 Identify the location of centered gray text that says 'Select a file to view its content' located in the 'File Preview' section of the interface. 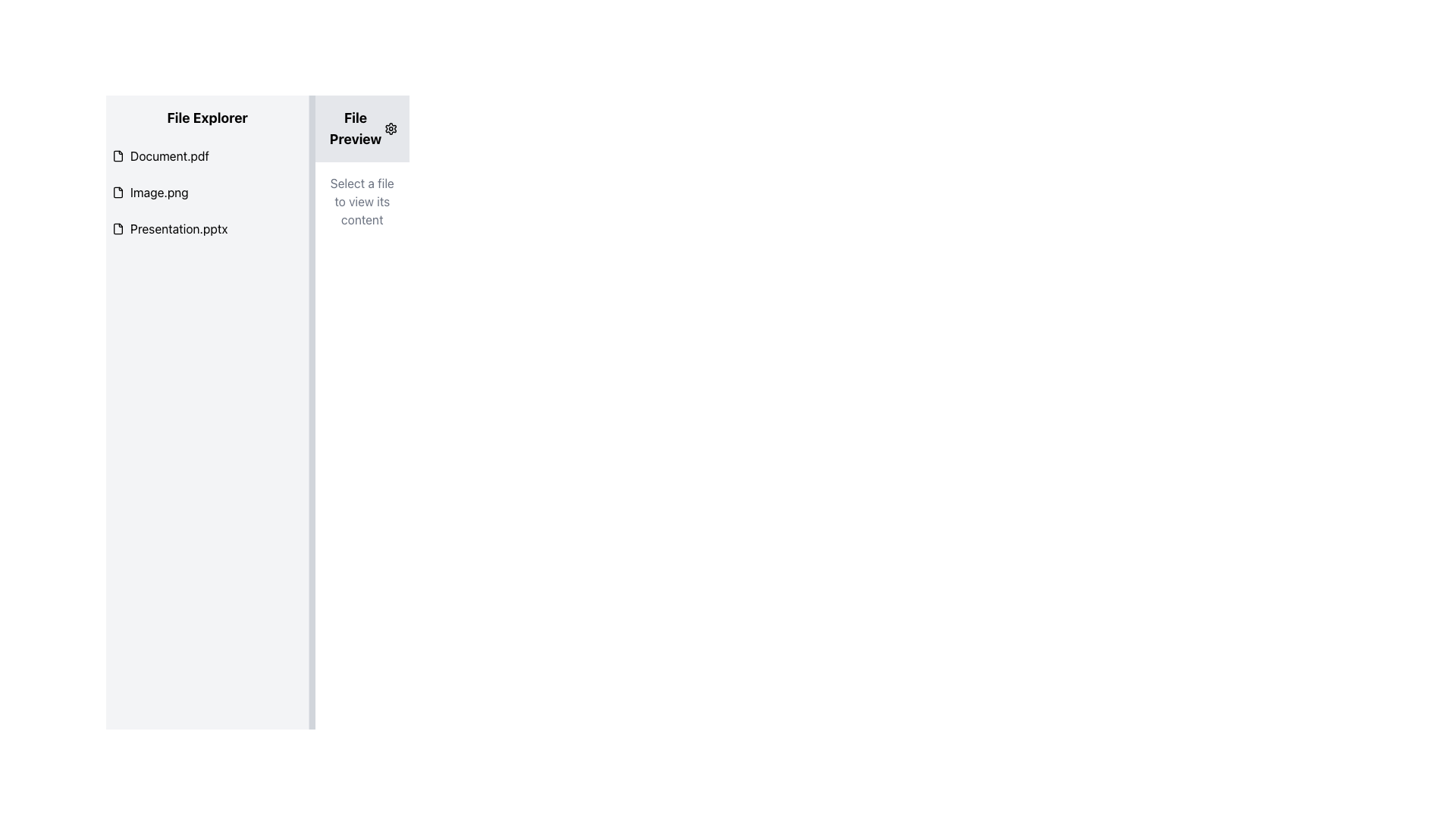
(361, 201).